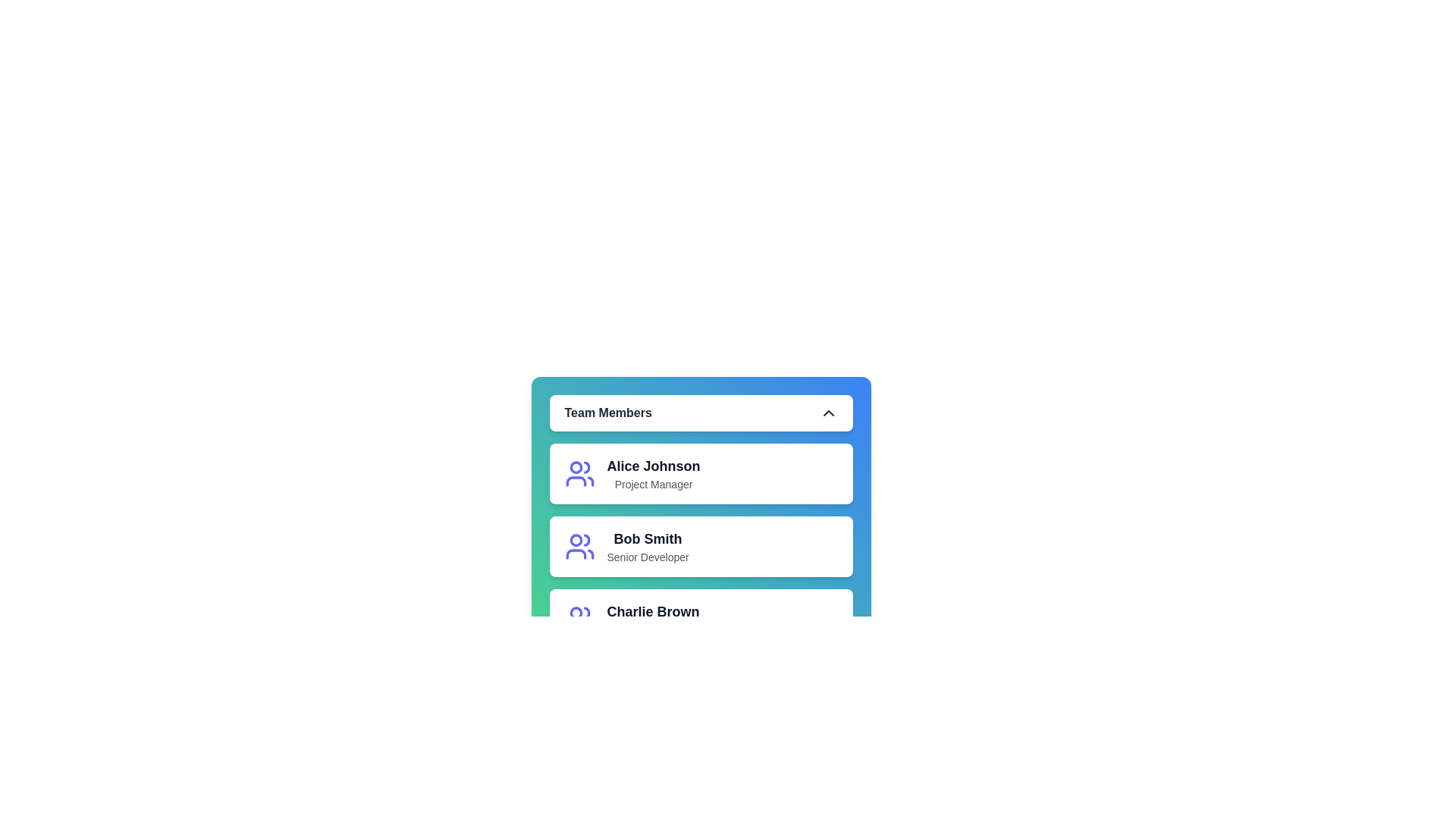 This screenshot has width=1456, height=819. I want to click on the team member card for Alice Johnson, so click(607, 472).